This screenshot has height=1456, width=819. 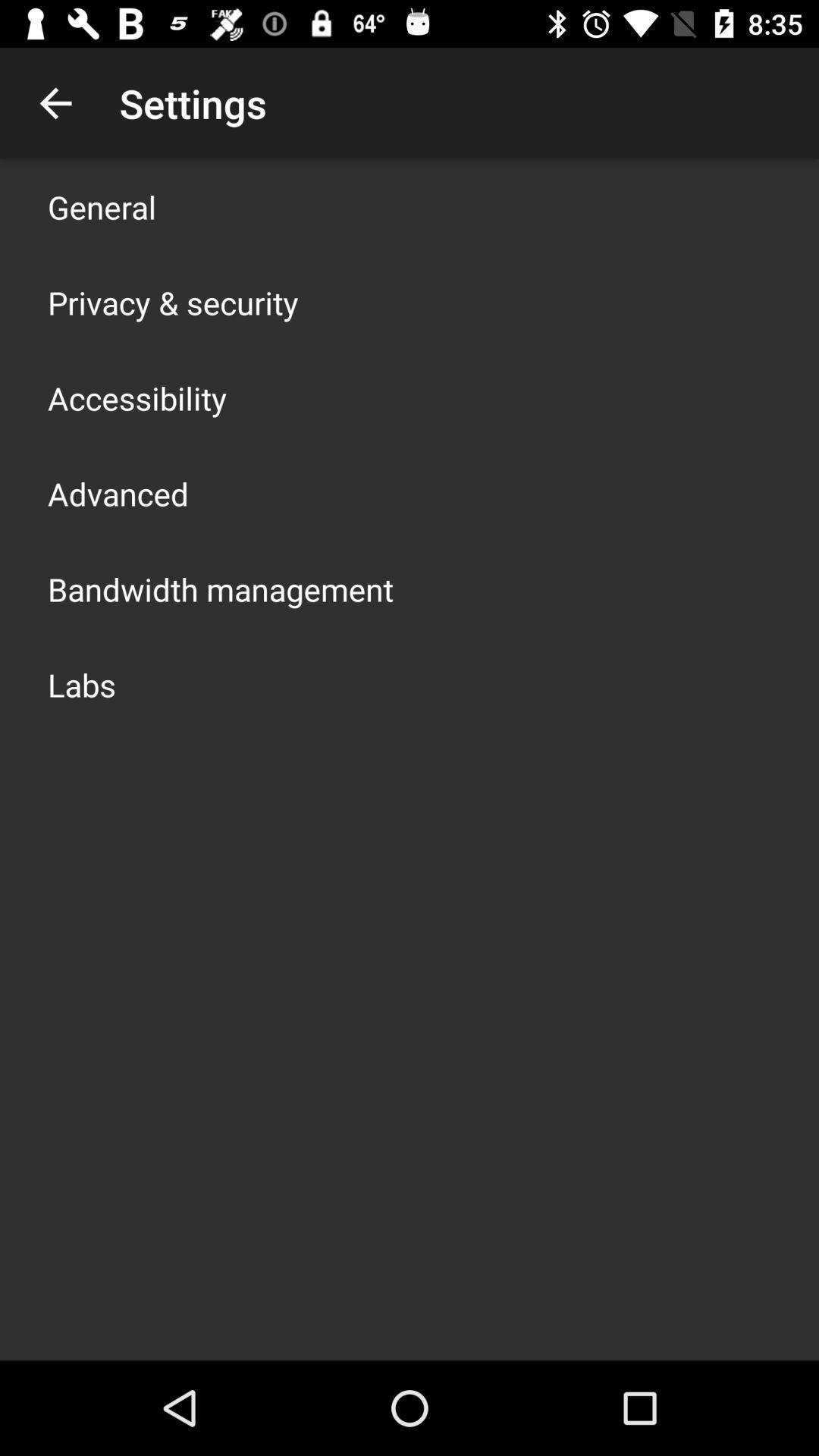 I want to click on the icon above the labs icon, so click(x=220, y=588).